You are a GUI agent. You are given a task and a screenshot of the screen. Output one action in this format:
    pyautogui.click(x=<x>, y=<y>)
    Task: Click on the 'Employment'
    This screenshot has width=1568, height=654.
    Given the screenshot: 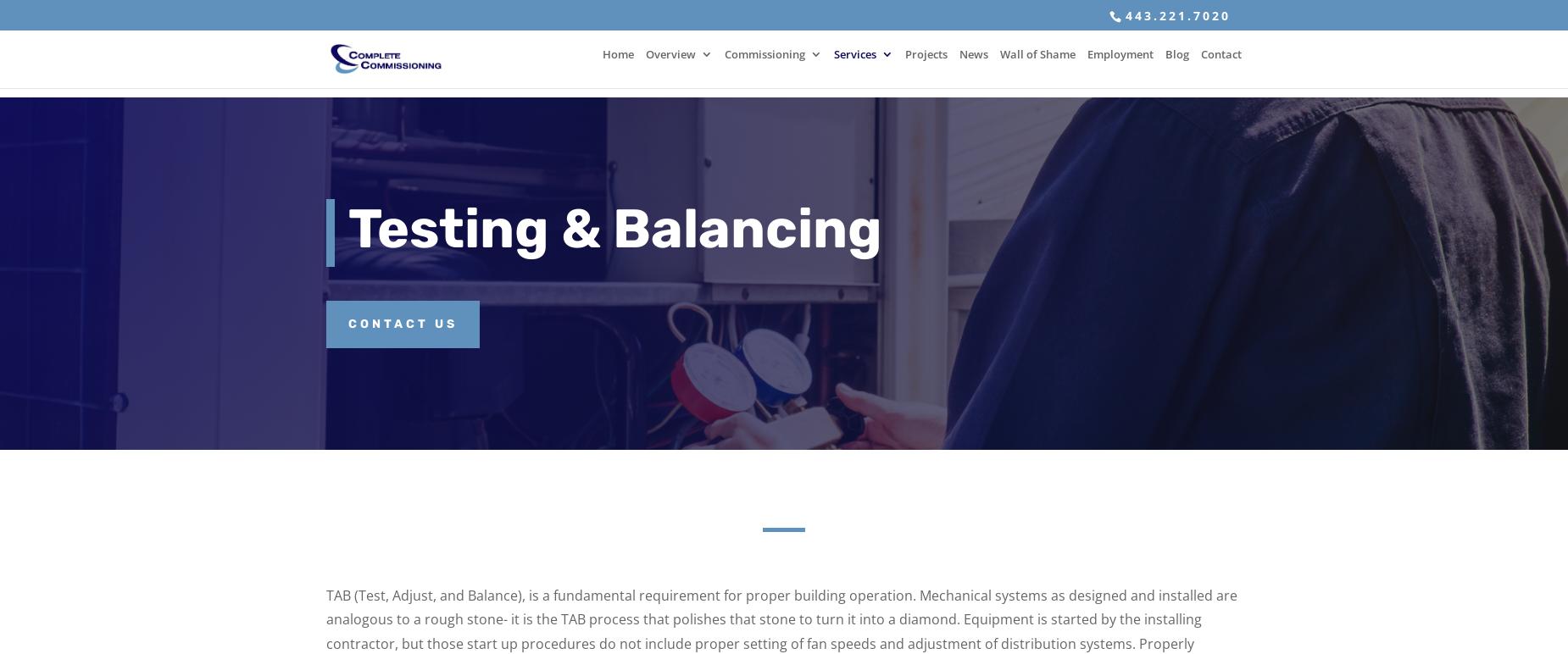 What is the action you would take?
    pyautogui.click(x=1120, y=64)
    